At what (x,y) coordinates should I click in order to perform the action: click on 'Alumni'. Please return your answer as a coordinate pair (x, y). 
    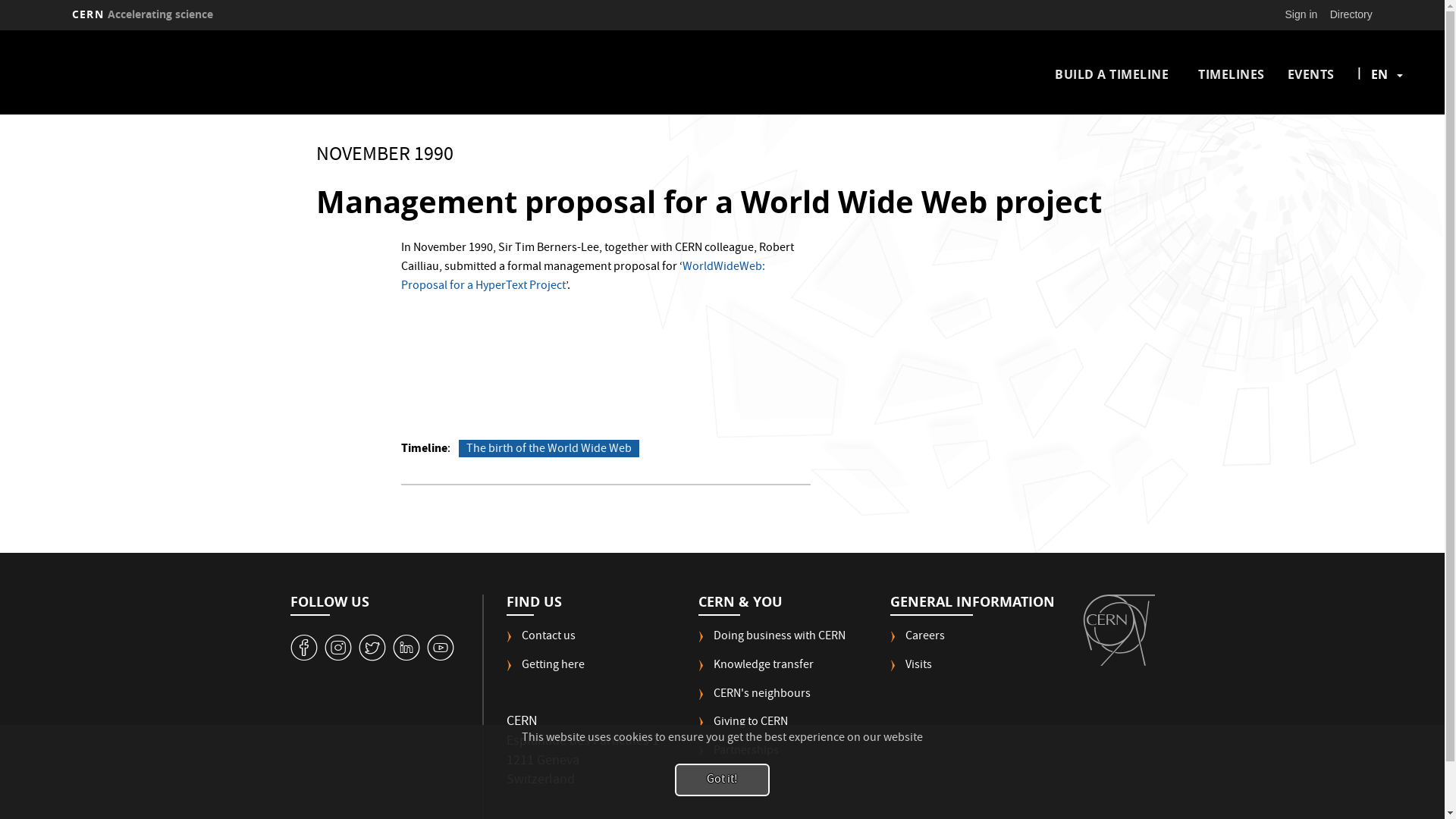
    Looking at the image, I should click on (723, 786).